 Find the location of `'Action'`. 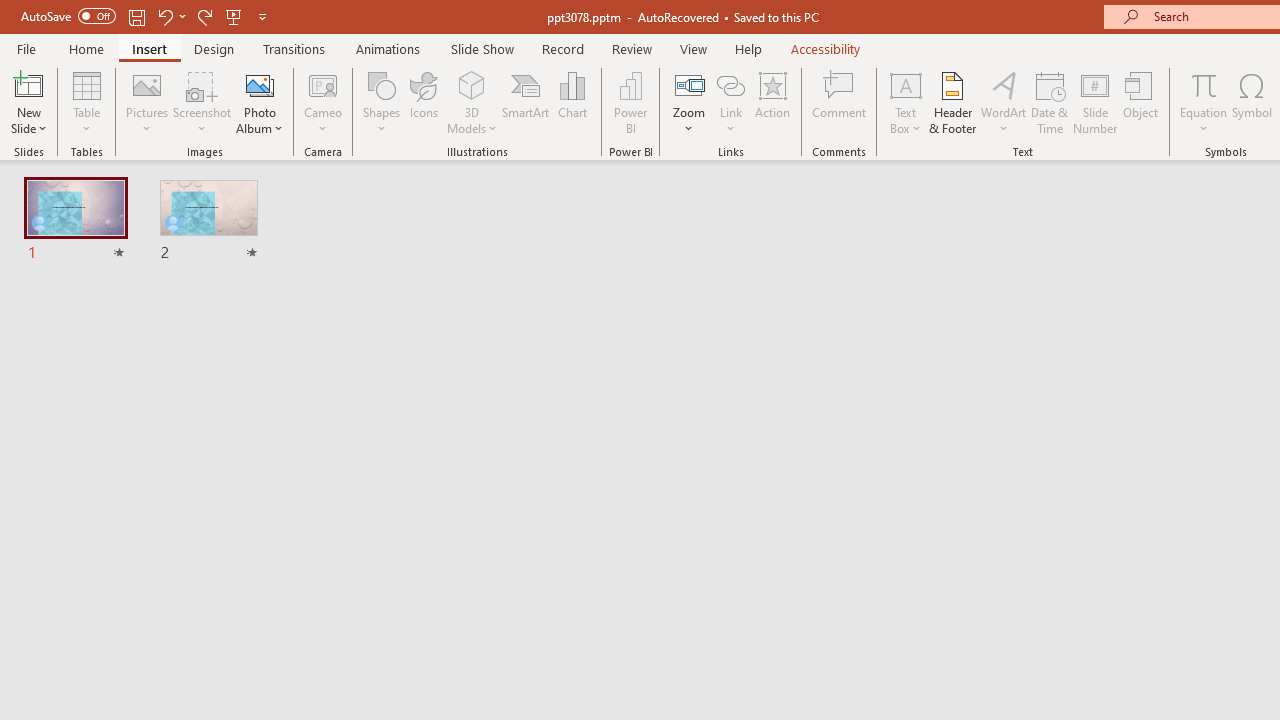

'Action' is located at coordinates (772, 103).